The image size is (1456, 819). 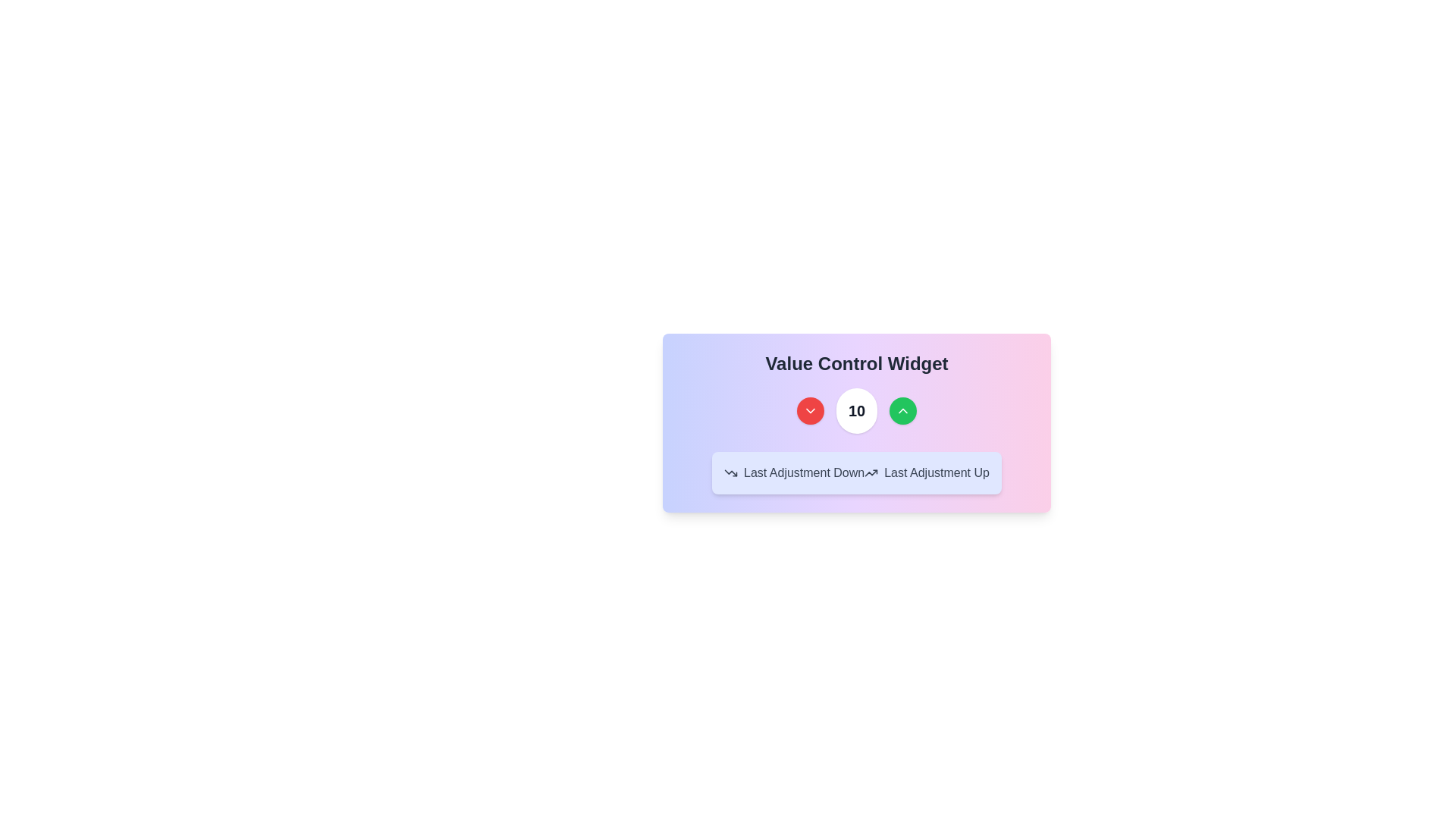 What do you see at coordinates (871, 472) in the screenshot?
I see `the arrow-shaped icon pointing upwards and to the right, which is part of the text string 'Last Adjustment Up', located at the far left of the text within the horizontal layout group` at bounding box center [871, 472].